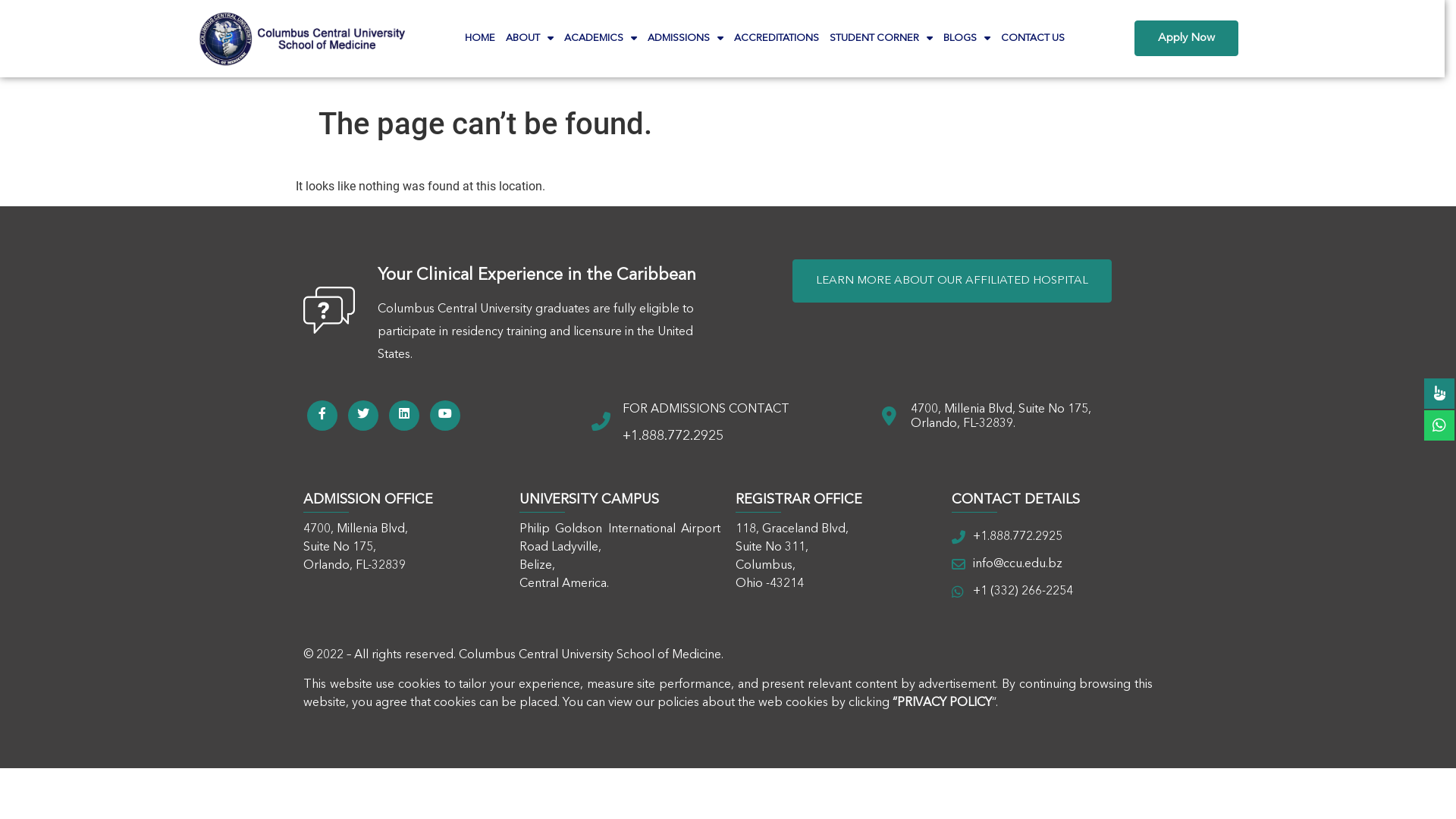 Image resolution: width=1456 pixels, height=819 pixels. I want to click on 'ABOUT', so click(529, 37).